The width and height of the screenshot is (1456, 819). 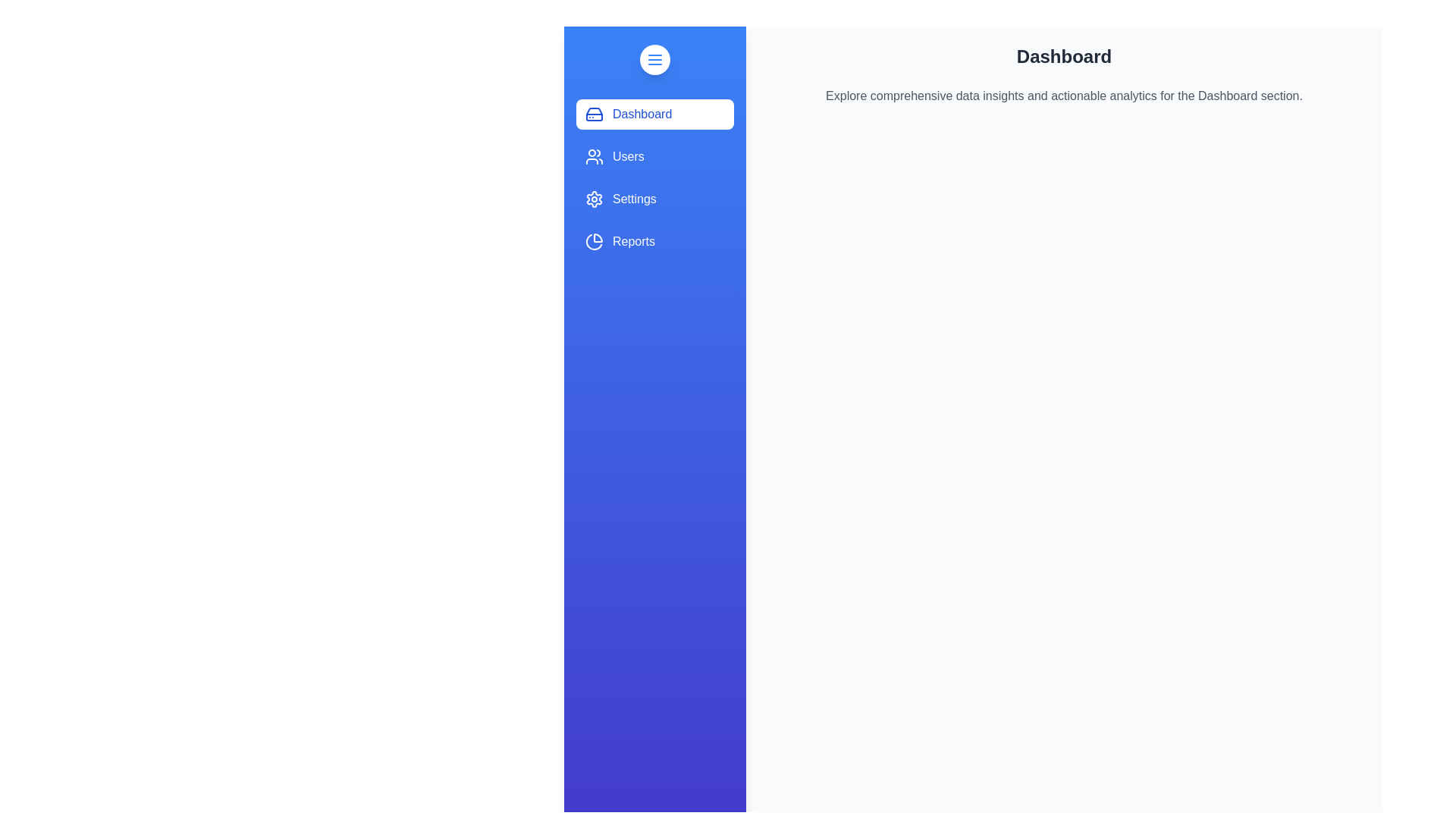 I want to click on the 'Reports' tab to activate it, so click(x=655, y=241).